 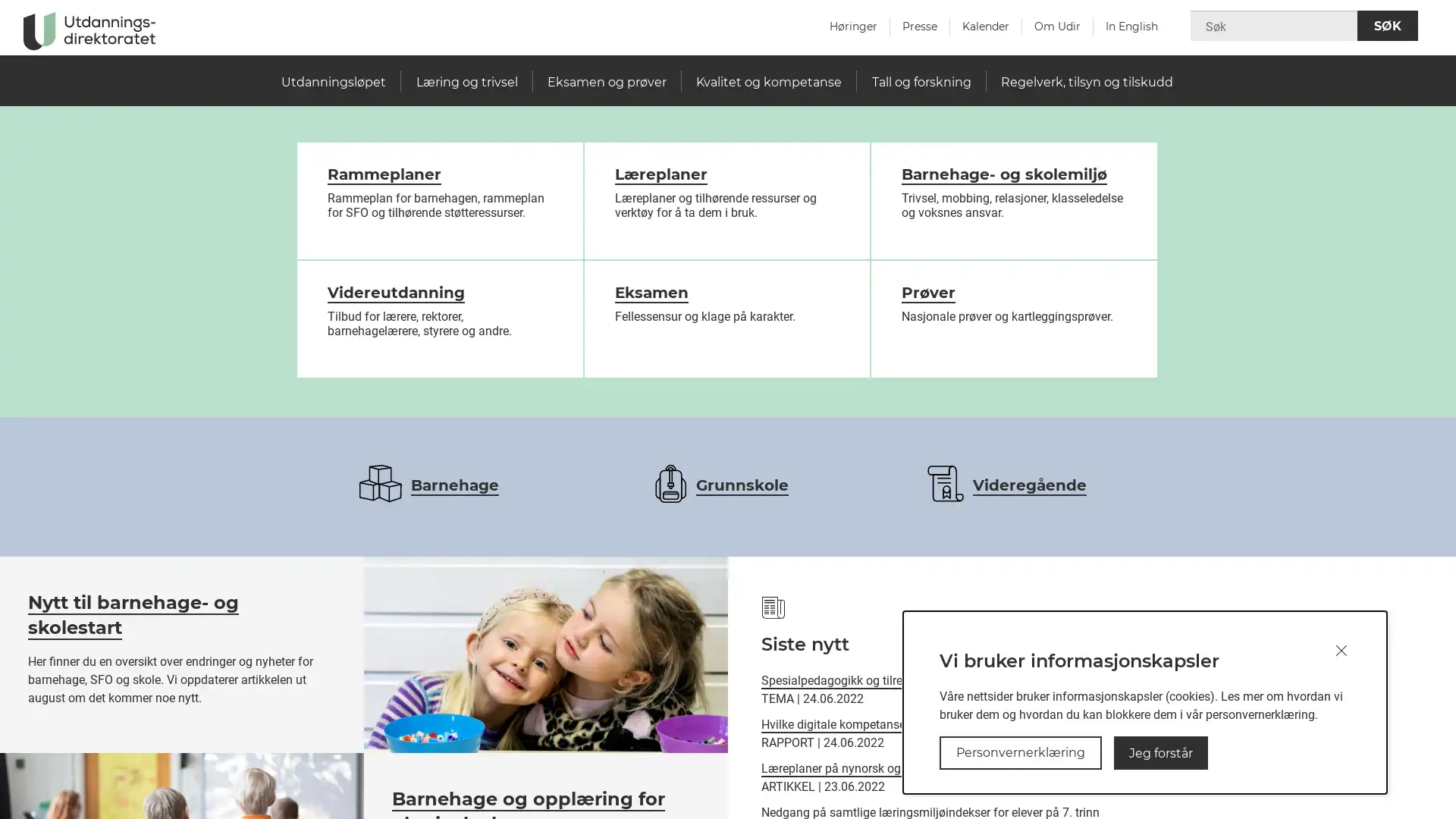 What do you see at coordinates (1387, 26) in the screenshot?
I see `Sk` at bounding box center [1387, 26].